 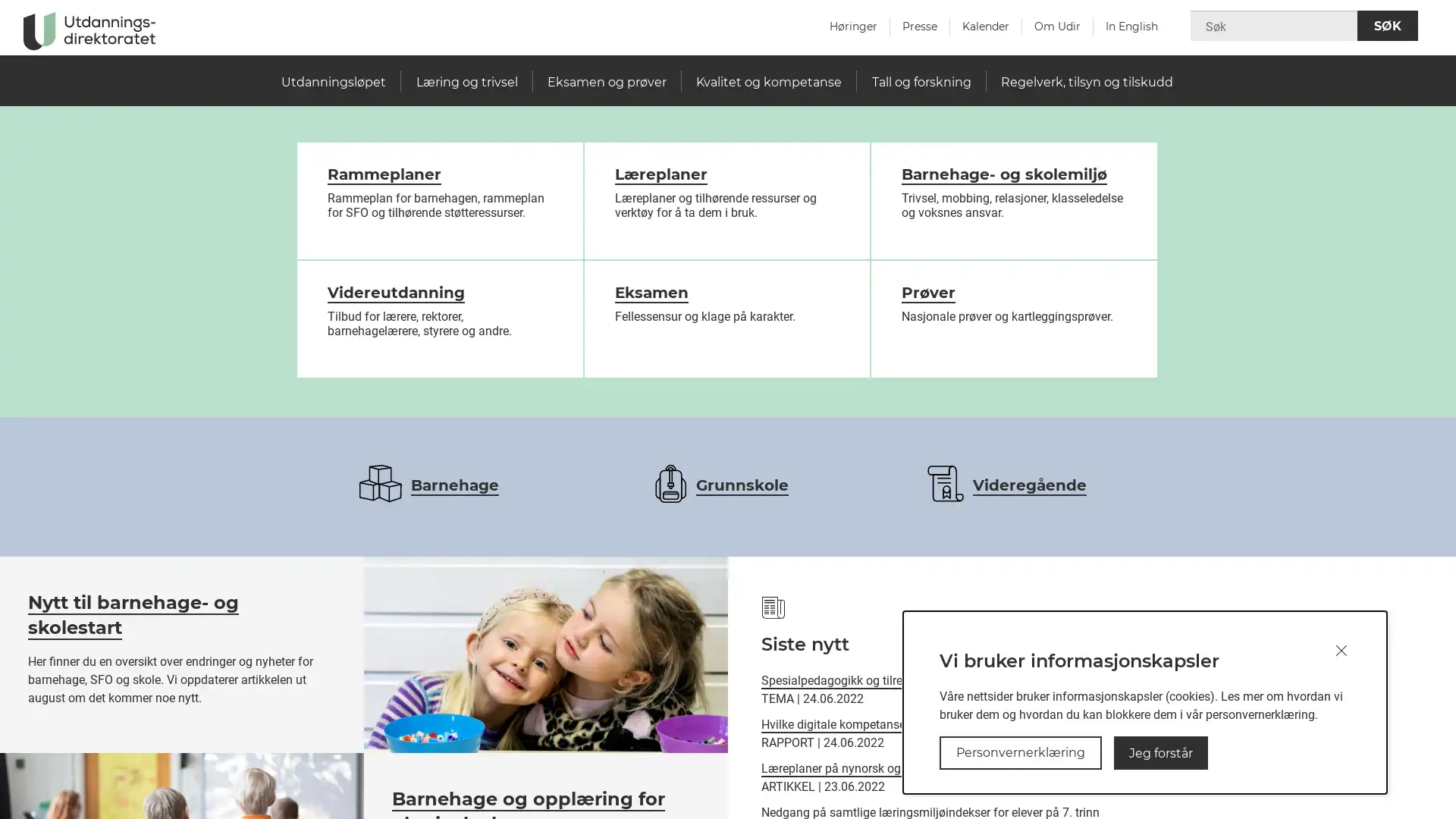 What do you see at coordinates (1387, 26) in the screenshot?
I see `Sk` at bounding box center [1387, 26].